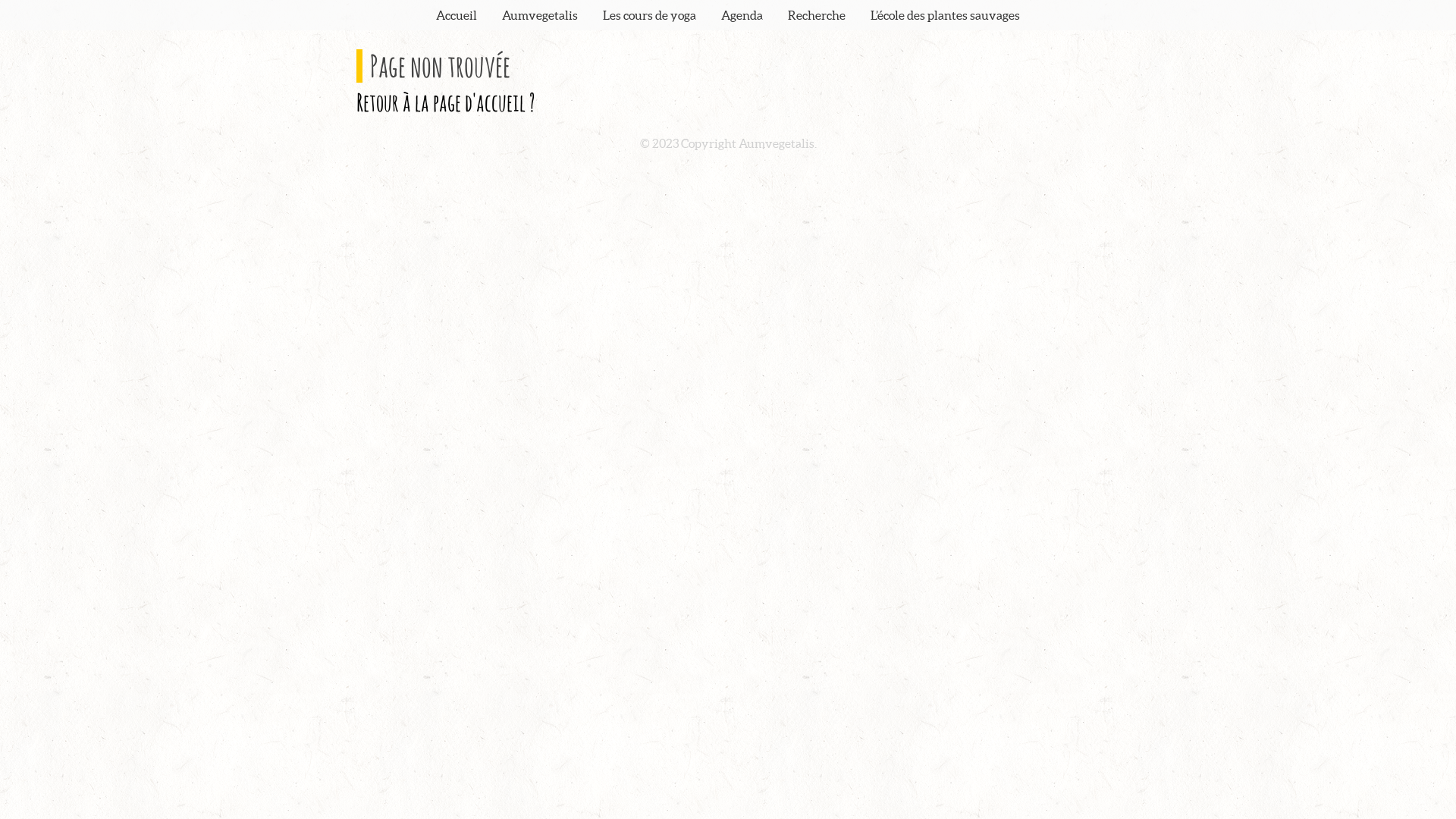  I want to click on 'Aumvegetalis', so click(539, 14).